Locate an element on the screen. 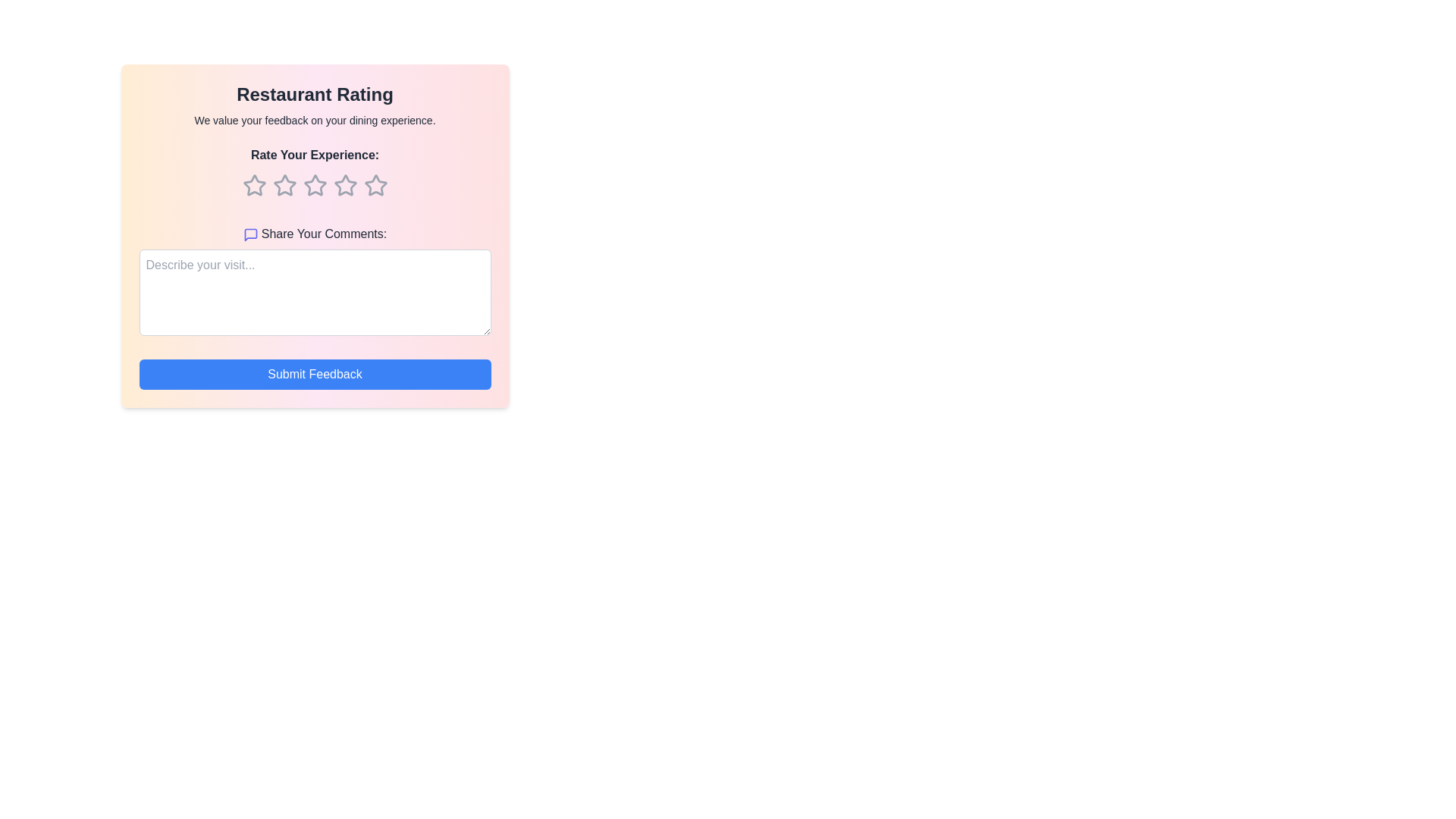 Image resolution: width=1456 pixels, height=819 pixels. the first hollow star icon in the rating system is located at coordinates (254, 185).